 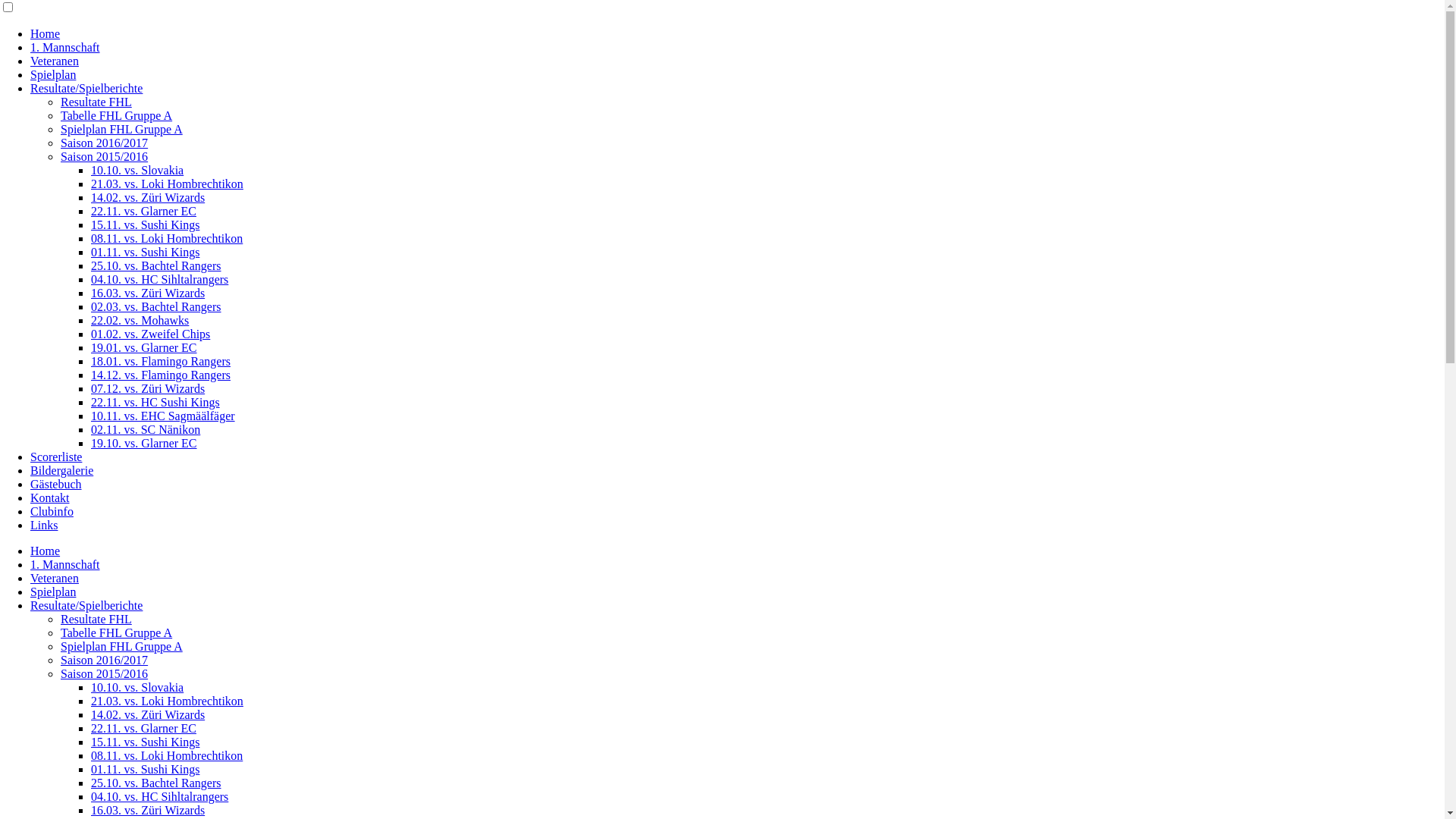 I want to click on '04.10. vs. HC Sihltalrangers', so click(x=159, y=279).